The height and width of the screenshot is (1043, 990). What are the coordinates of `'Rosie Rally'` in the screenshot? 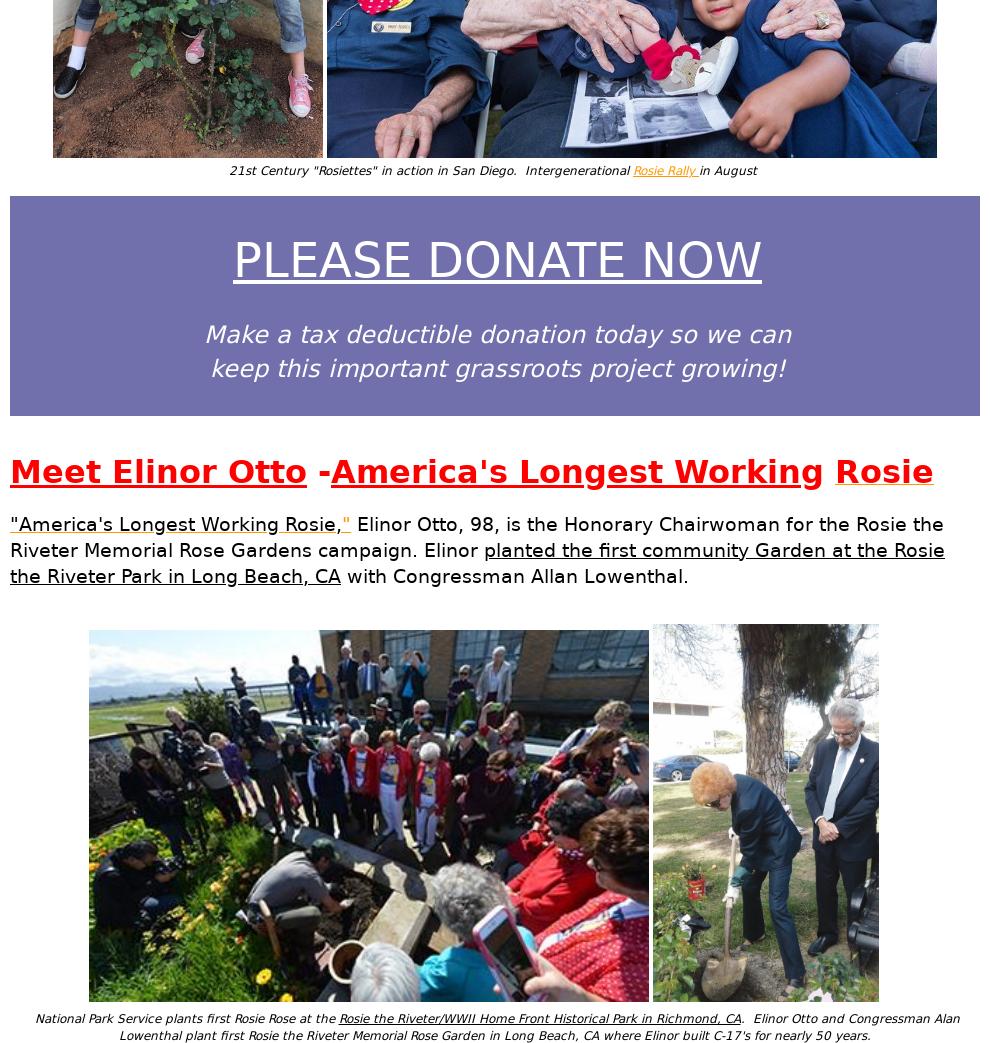 It's located at (665, 169).